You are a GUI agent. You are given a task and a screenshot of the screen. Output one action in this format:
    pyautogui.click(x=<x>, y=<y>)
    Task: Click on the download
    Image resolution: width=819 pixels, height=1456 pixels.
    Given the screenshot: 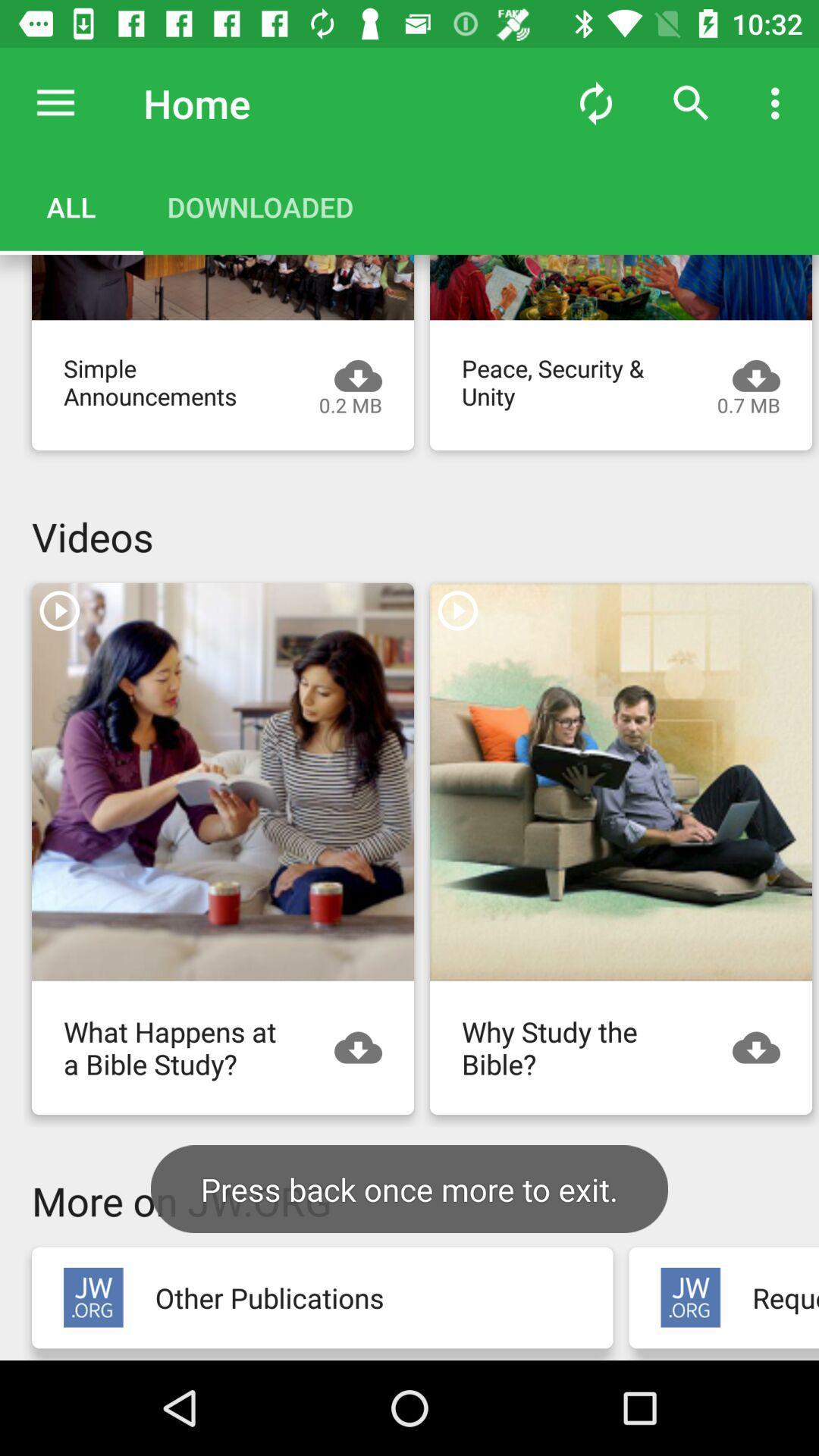 What is the action you would take?
    pyautogui.click(x=366, y=1046)
    